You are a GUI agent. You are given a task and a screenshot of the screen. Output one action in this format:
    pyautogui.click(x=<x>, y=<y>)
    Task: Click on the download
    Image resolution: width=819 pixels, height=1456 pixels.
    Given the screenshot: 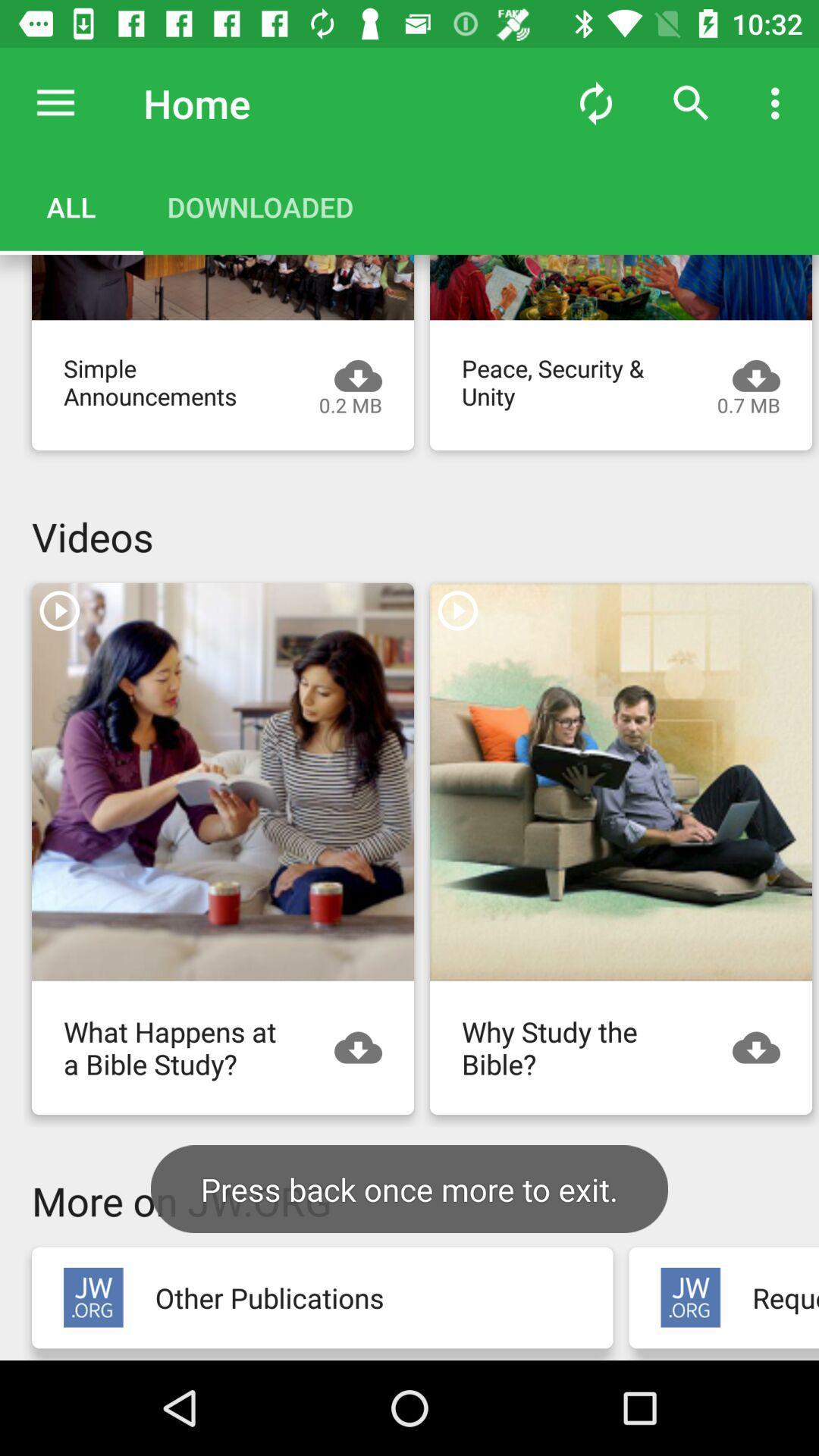 What is the action you would take?
    pyautogui.click(x=366, y=1046)
    